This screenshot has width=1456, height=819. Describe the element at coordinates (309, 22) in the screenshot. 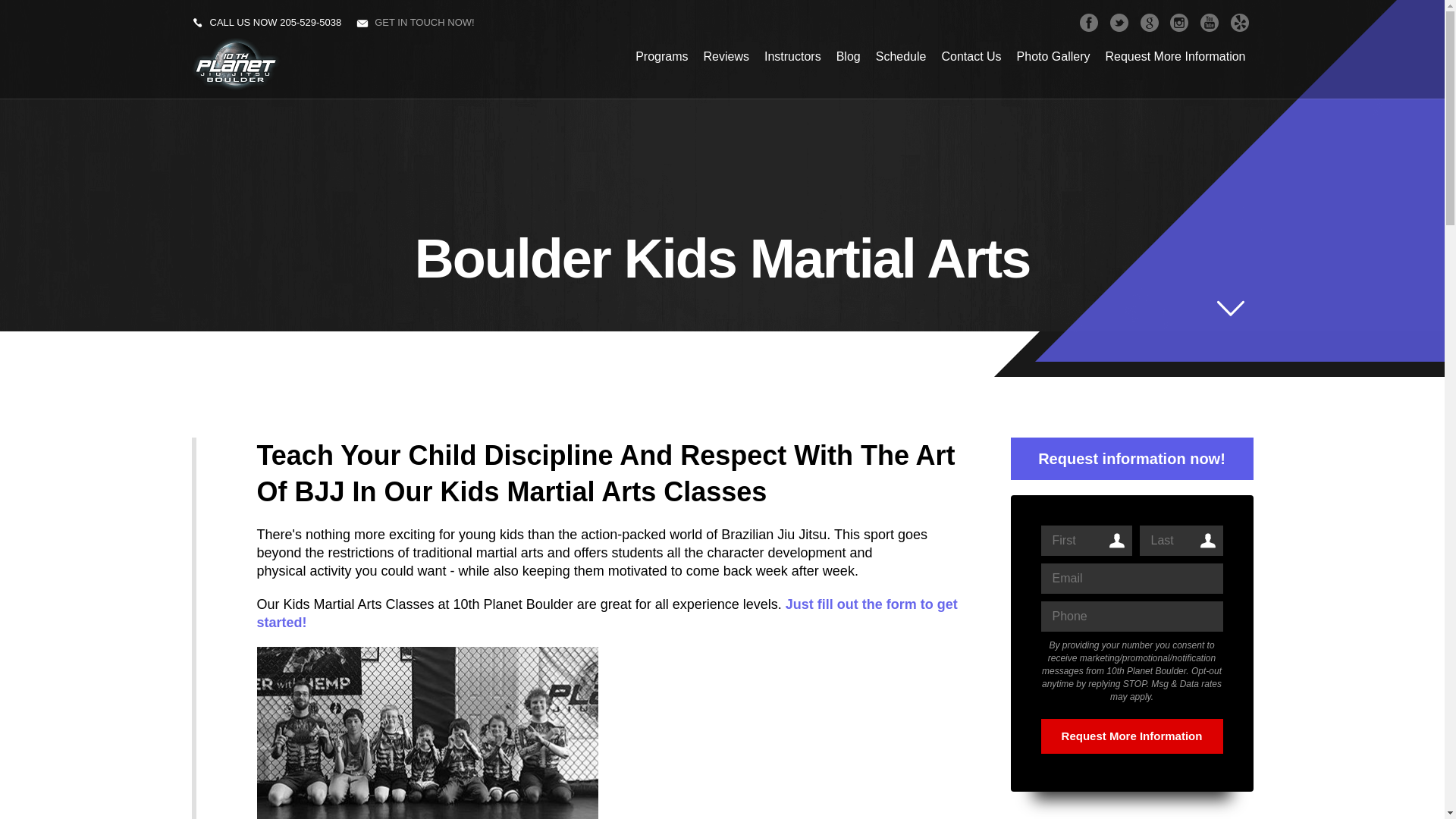

I see `'205-529-5038'` at that location.